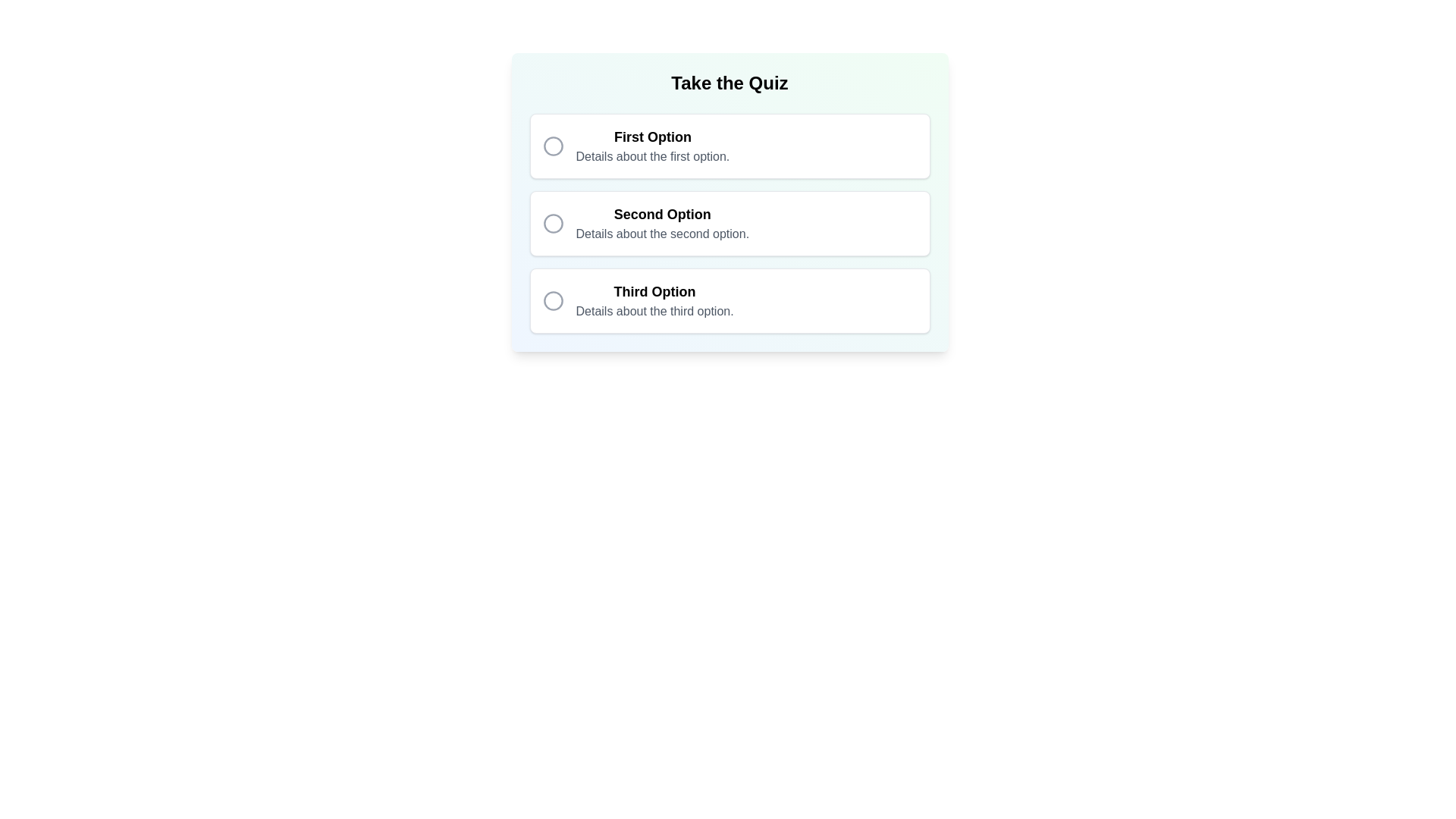  What do you see at coordinates (652, 146) in the screenshot?
I see `the selectable quiz option text located just below the 'Take the Quiz' header, which is the first item in the list of options` at bounding box center [652, 146].